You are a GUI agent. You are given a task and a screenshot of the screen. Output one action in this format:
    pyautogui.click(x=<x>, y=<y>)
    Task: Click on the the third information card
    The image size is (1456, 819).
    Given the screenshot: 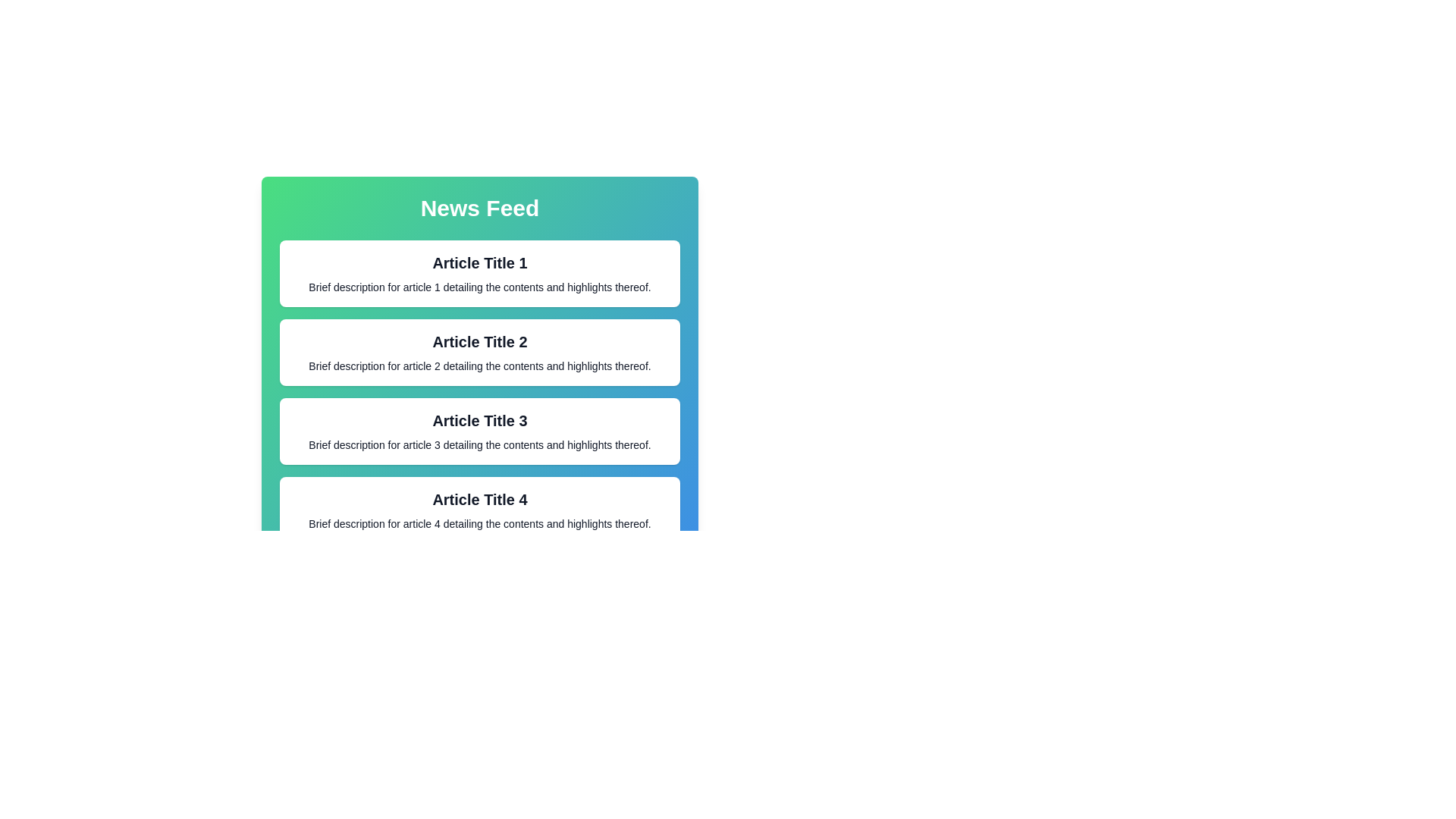 What is the action you would take?
    pyautogui.click(x=479, y=431)
    